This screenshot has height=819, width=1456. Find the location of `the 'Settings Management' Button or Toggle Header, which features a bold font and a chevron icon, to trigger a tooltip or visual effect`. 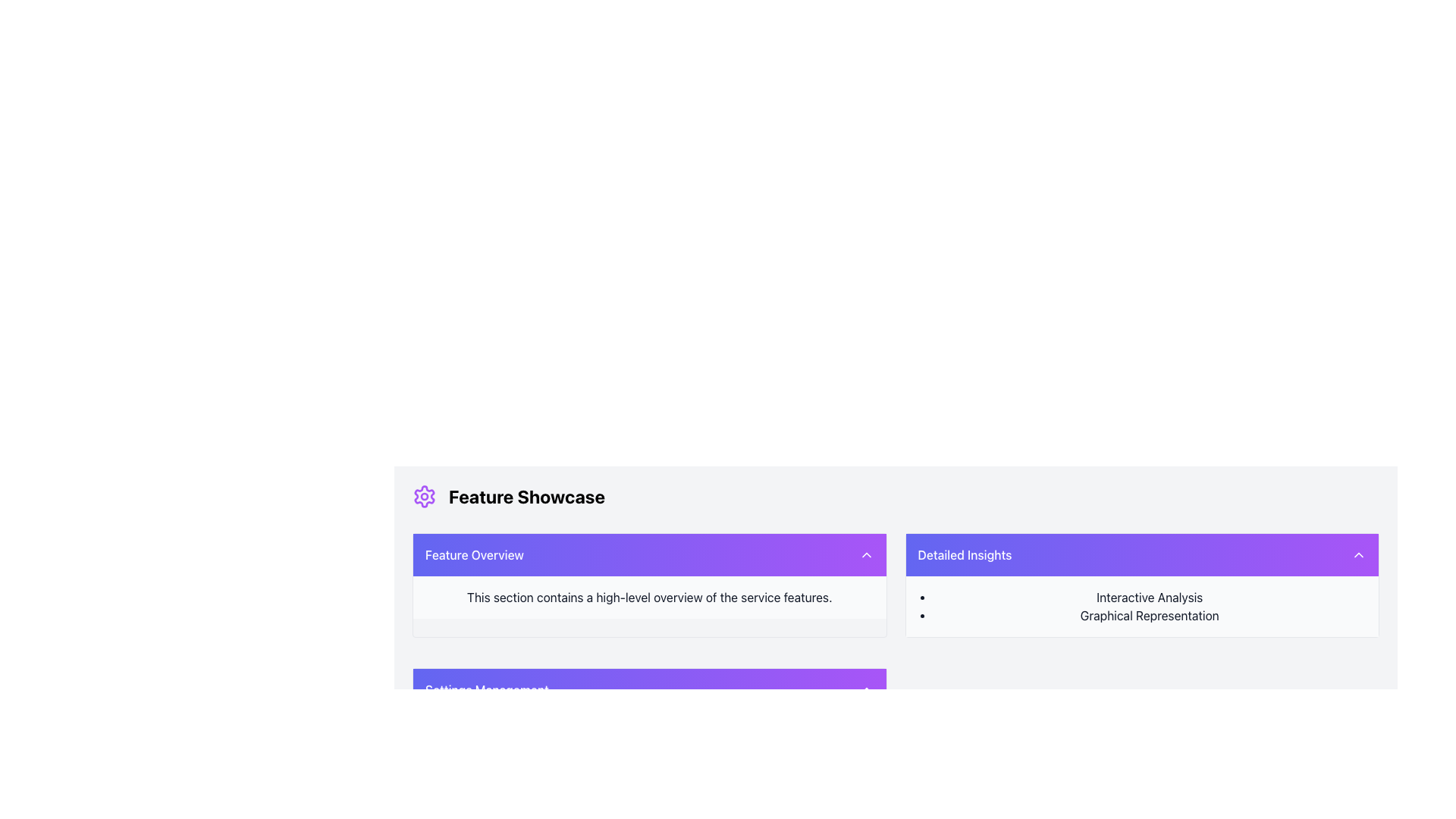

the 'Settings Management' Button or Toggle Header, which features a bold font and a chevron icon, to trigger a tooltip or visual effect is located at coordinates (649, 690).